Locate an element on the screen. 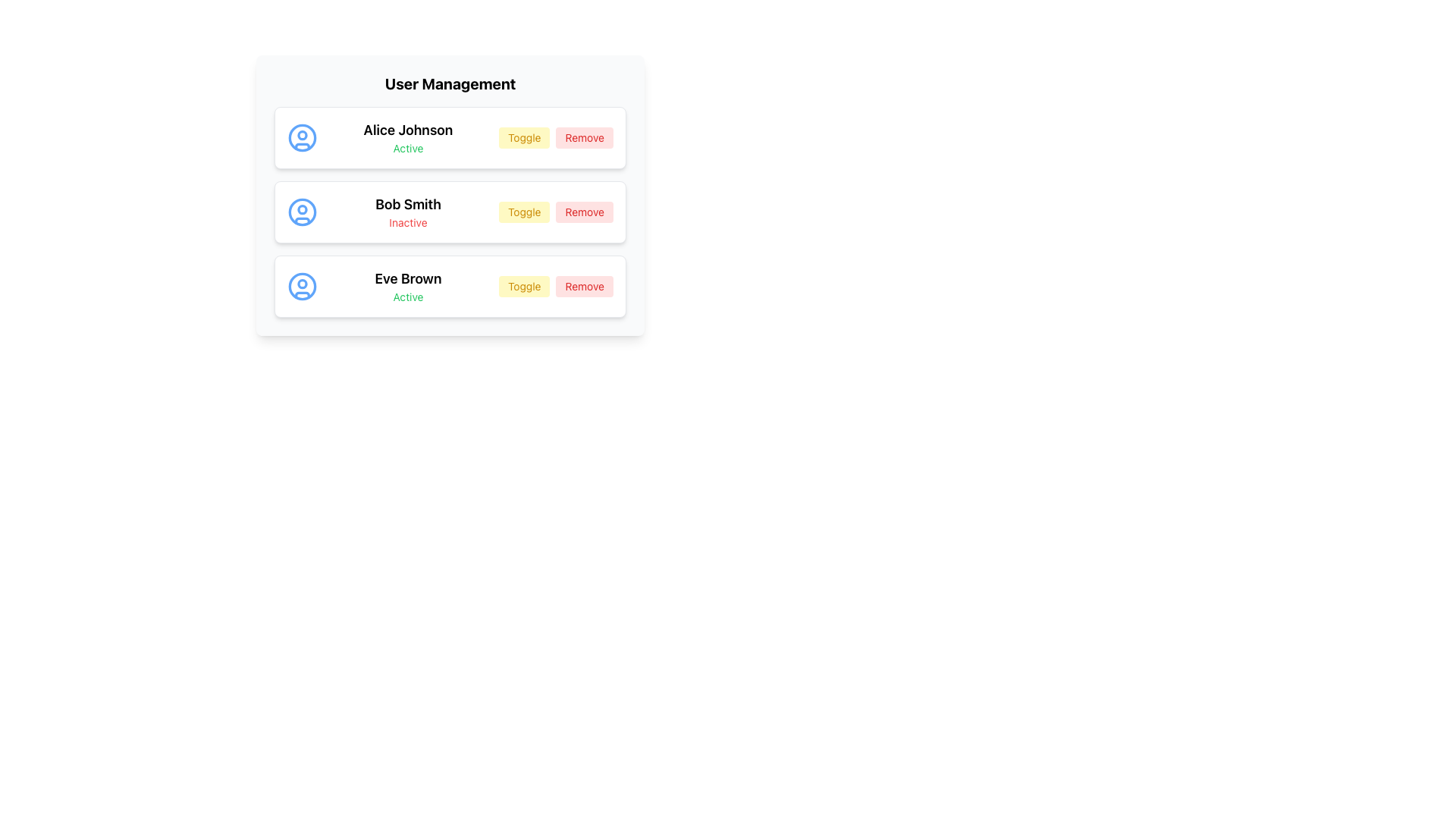 This screenshot has width=1456, height=819. the outermost circular shape of the user profile icon representing 'Bob Smith', which is the second entry in a vertical list of user records is located at coordinates (302, 212).